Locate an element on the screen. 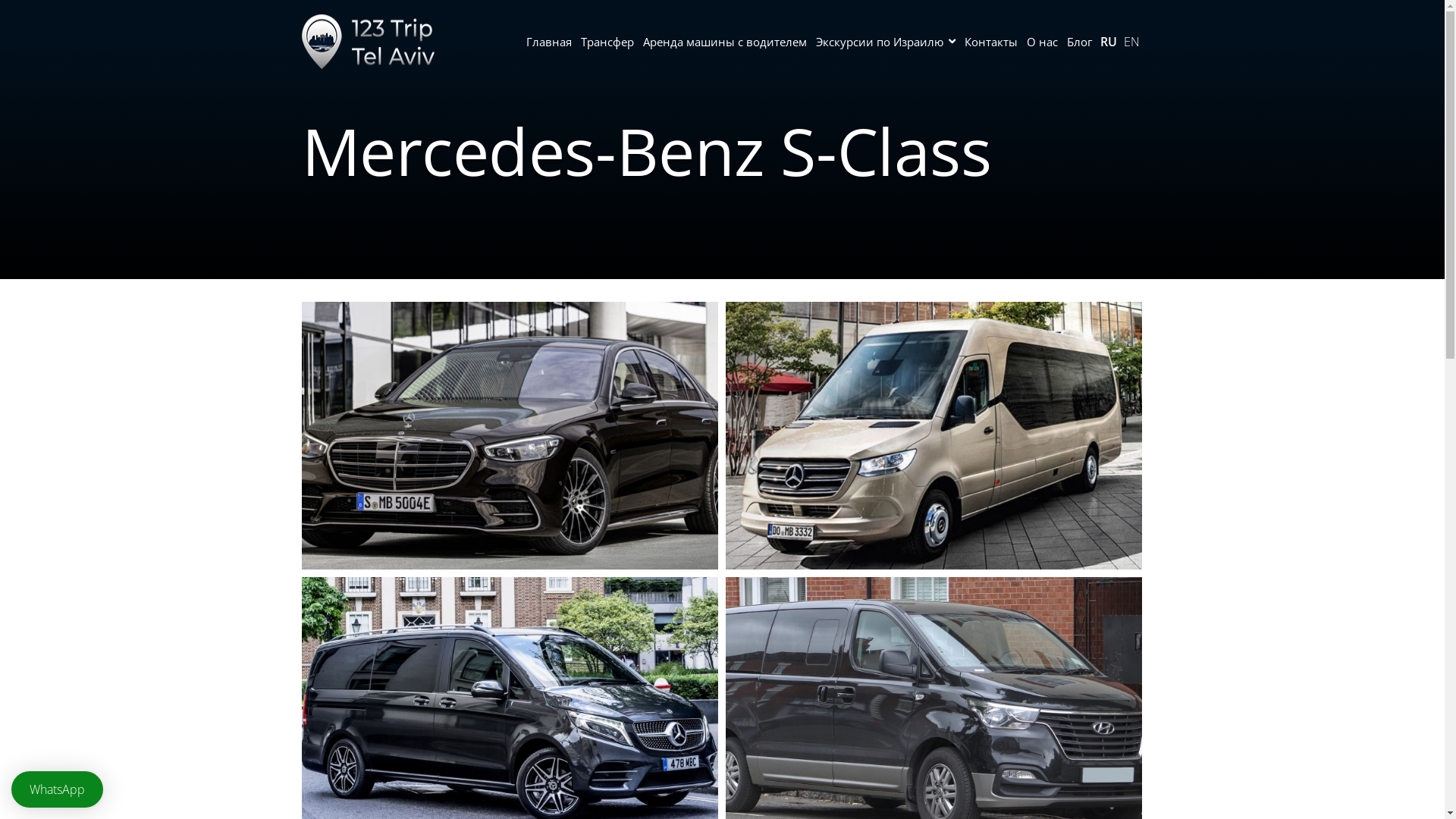 This screenshot has height=819, width=1456. 'EN' is located at coordinates (1131, 40).